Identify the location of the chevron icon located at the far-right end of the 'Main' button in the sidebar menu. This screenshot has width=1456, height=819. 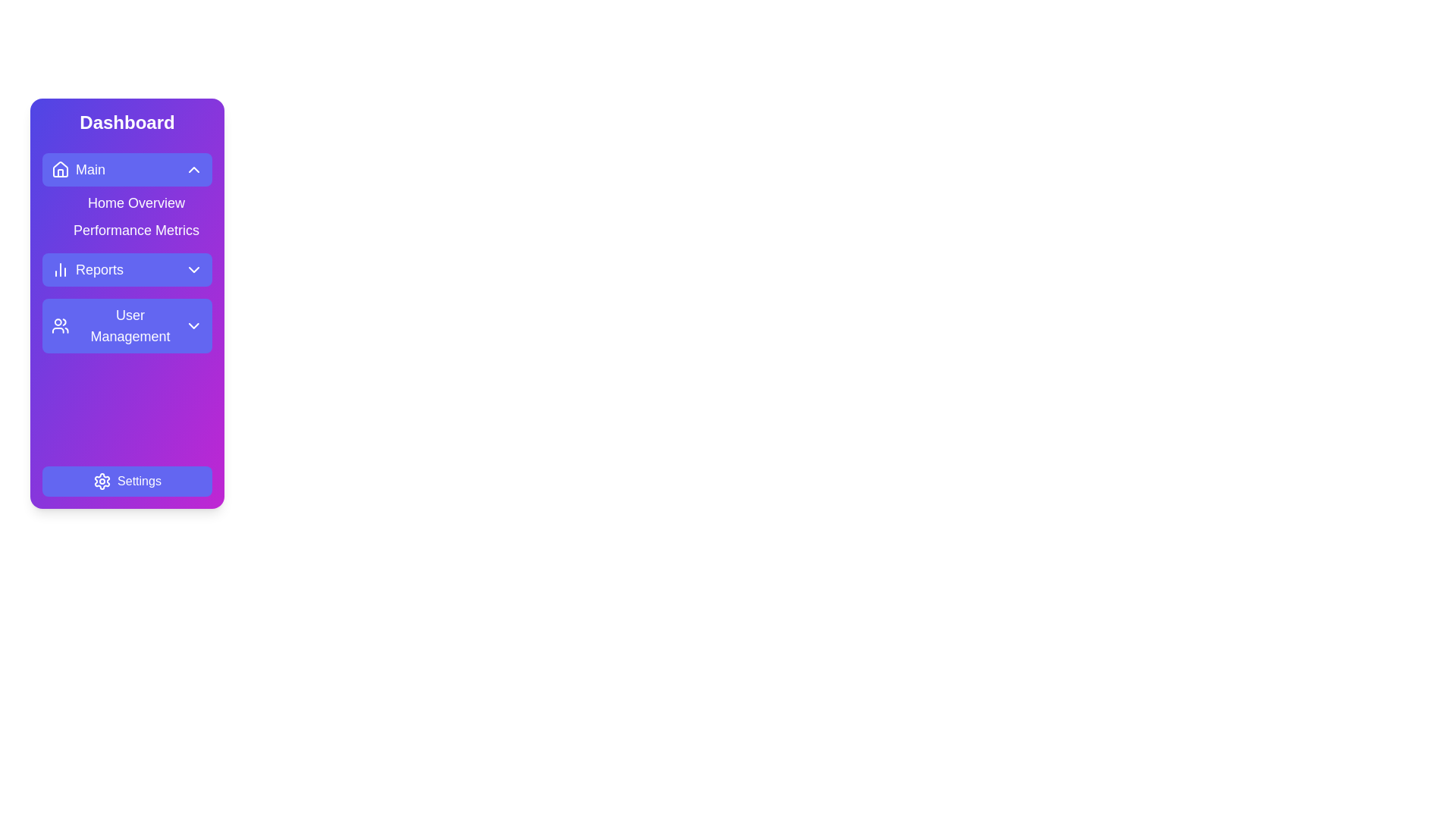
(193, 169).